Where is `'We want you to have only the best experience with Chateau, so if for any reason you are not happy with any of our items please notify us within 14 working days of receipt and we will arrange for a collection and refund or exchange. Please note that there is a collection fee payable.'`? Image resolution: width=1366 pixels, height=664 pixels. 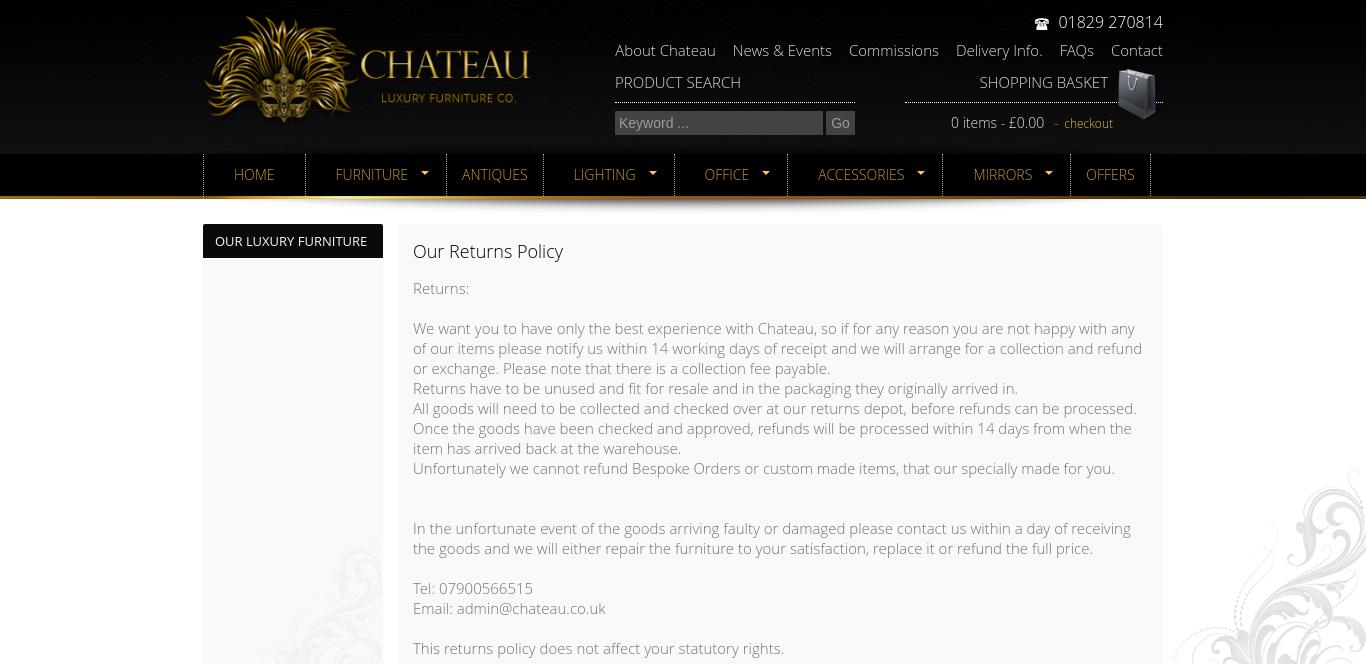
'We want you to have only the best experience with Chateau, so if for any reason you are not happy with any of our items please notify us within 14 working days of receipt and we will arrange for a collection and refund or exchange. Please note that there is a collection fee payable.' is located at coordinates (777, 348).